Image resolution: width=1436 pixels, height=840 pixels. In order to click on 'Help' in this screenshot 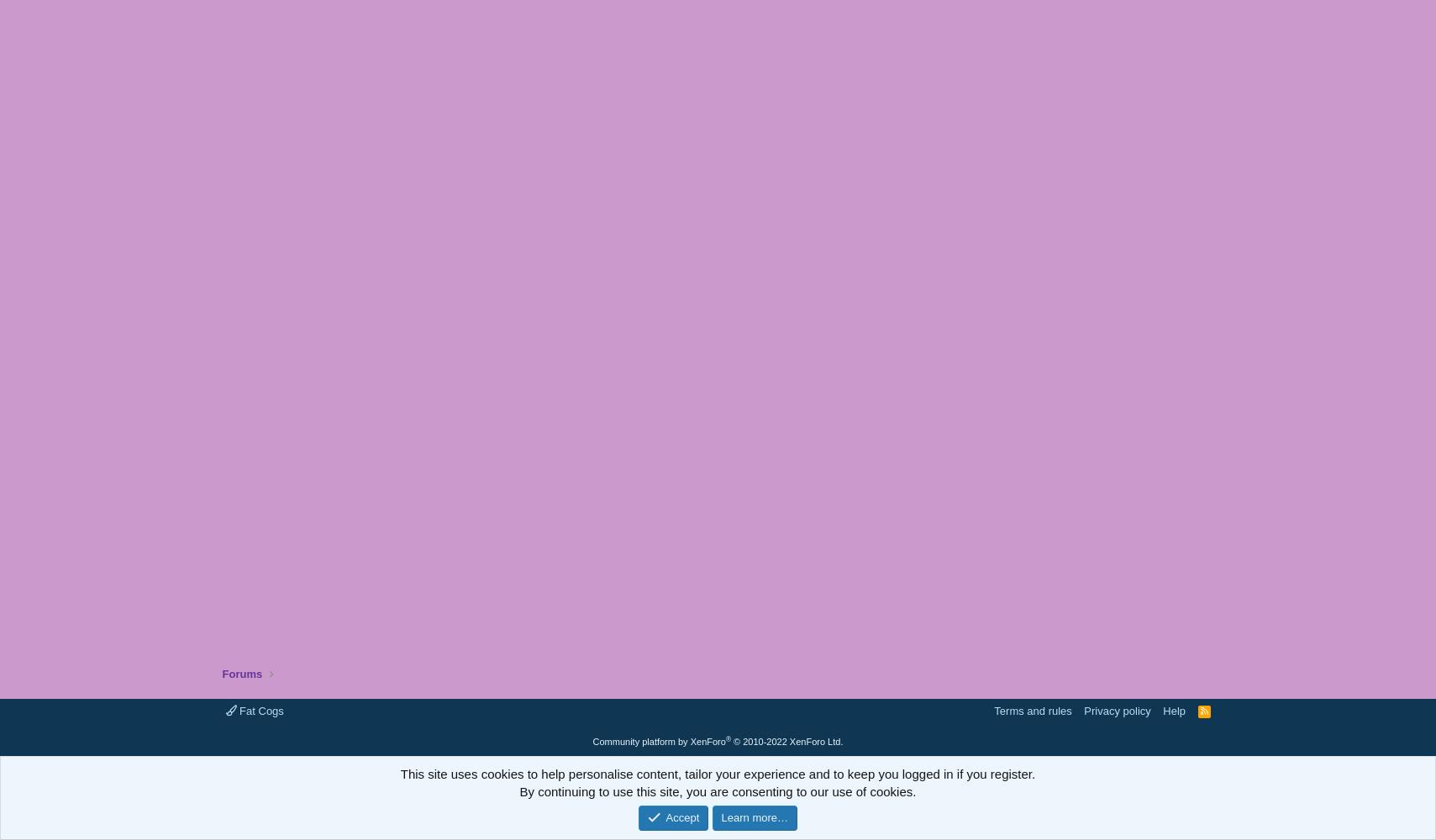, I will do `click(1174, 710)`.